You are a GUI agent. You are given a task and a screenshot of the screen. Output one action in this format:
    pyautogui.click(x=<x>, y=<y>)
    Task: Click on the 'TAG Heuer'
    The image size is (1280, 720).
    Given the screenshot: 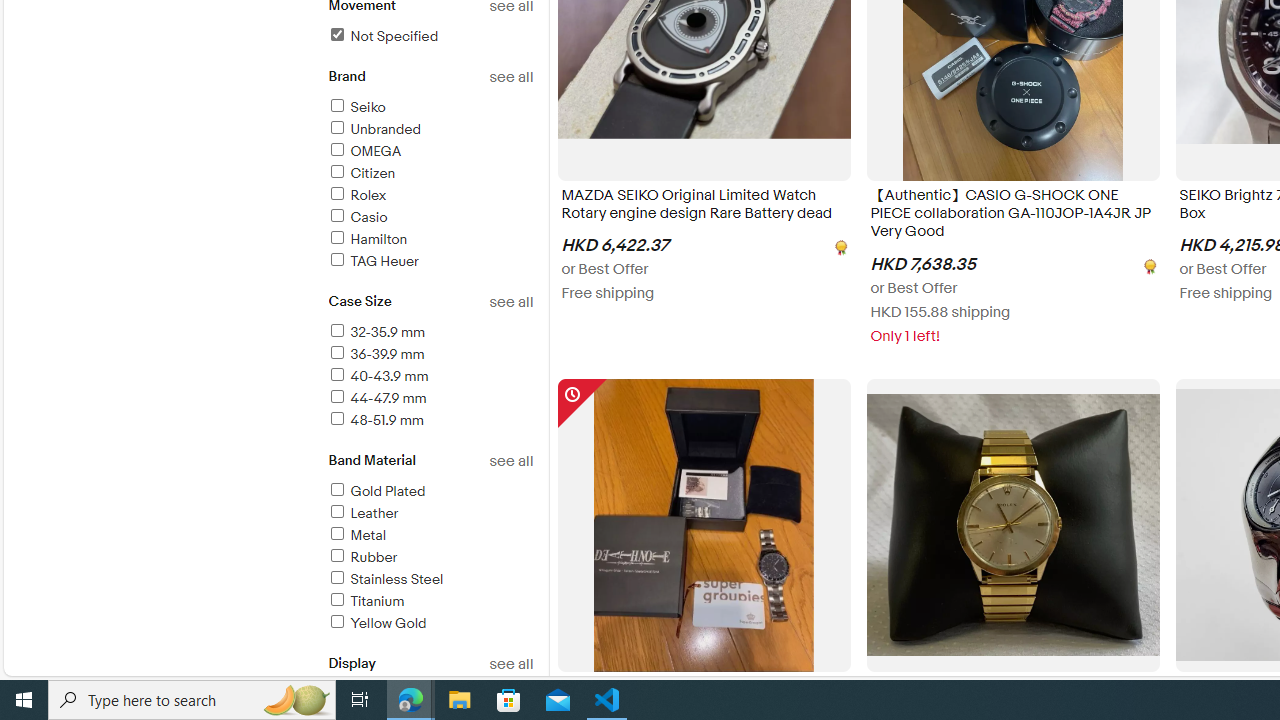 What is the action you would take?
    pyautogui.click(x=429, y=261)
    